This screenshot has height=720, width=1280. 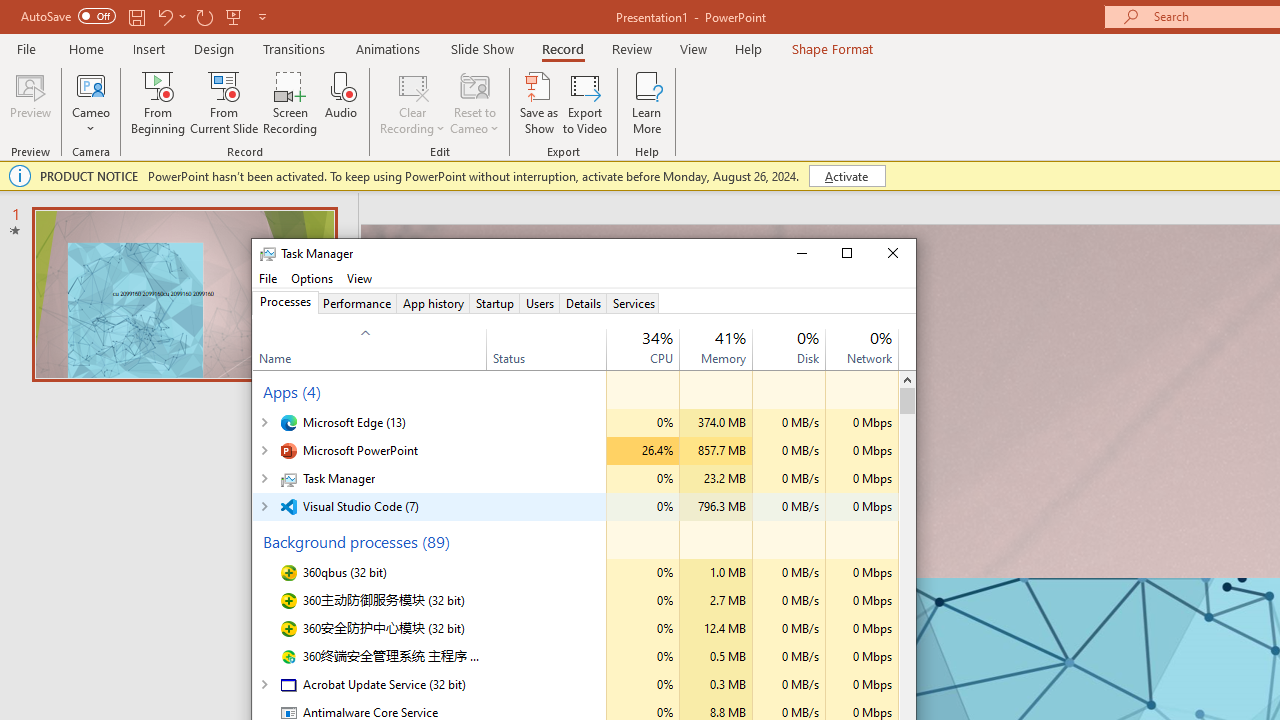 What do you see at coordinates (311, 278) in the screenshot?
I see `'Options'` at bounding box center [311, 278].